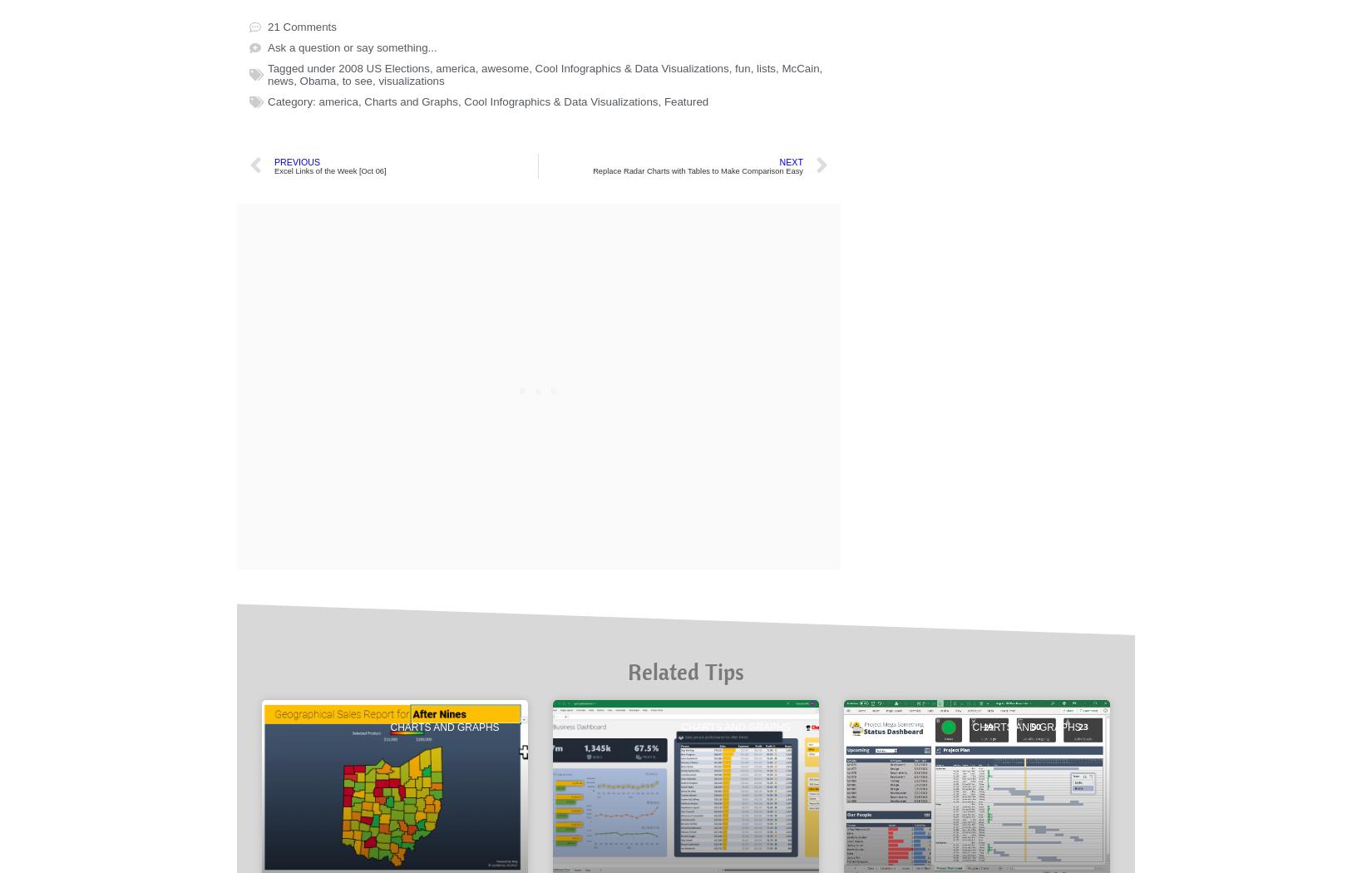  I want to click on 'Next', so click(791, 731).